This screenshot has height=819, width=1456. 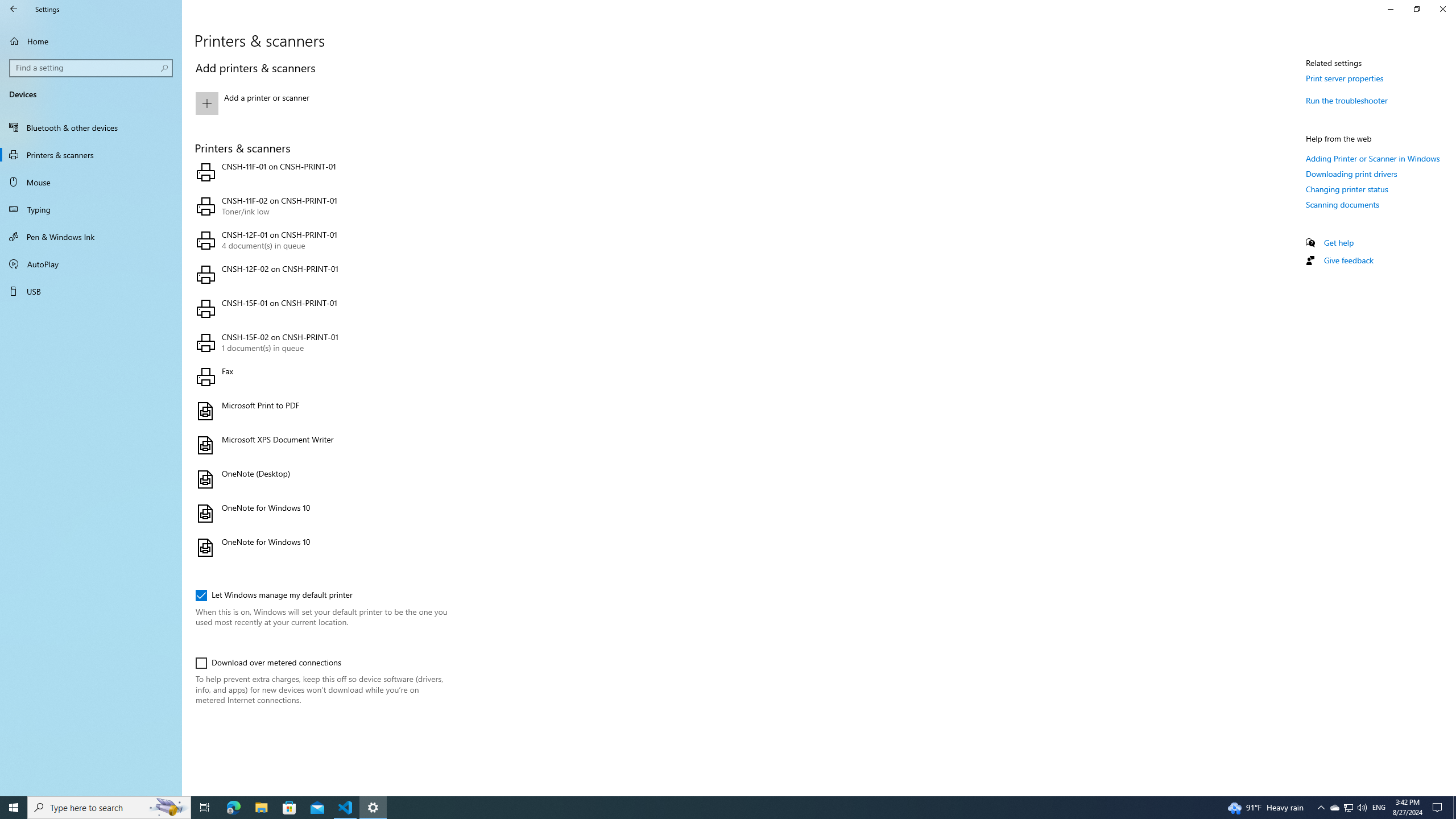 I want to click on 'Bluetooth & other devices', so click(x=90, y=126).